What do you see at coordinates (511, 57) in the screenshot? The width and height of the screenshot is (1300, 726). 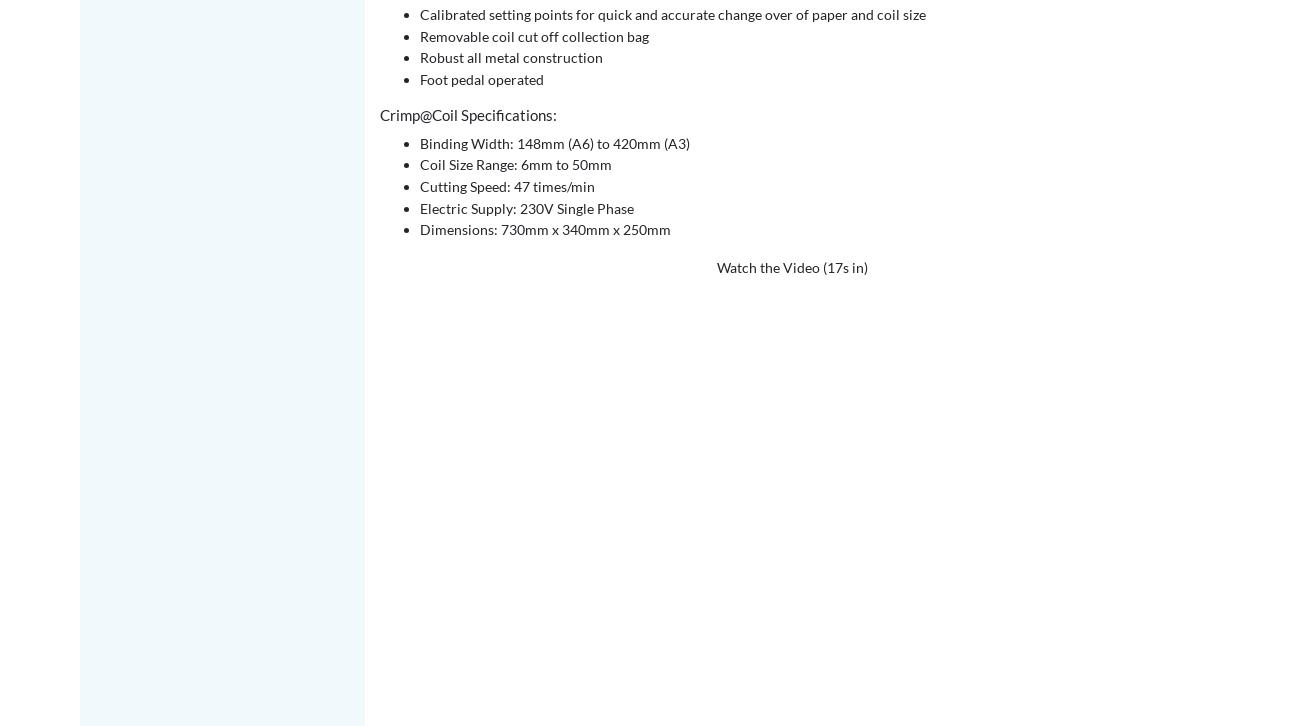 I see `'Robust all metal construction'` at bounding box center [511, 57].